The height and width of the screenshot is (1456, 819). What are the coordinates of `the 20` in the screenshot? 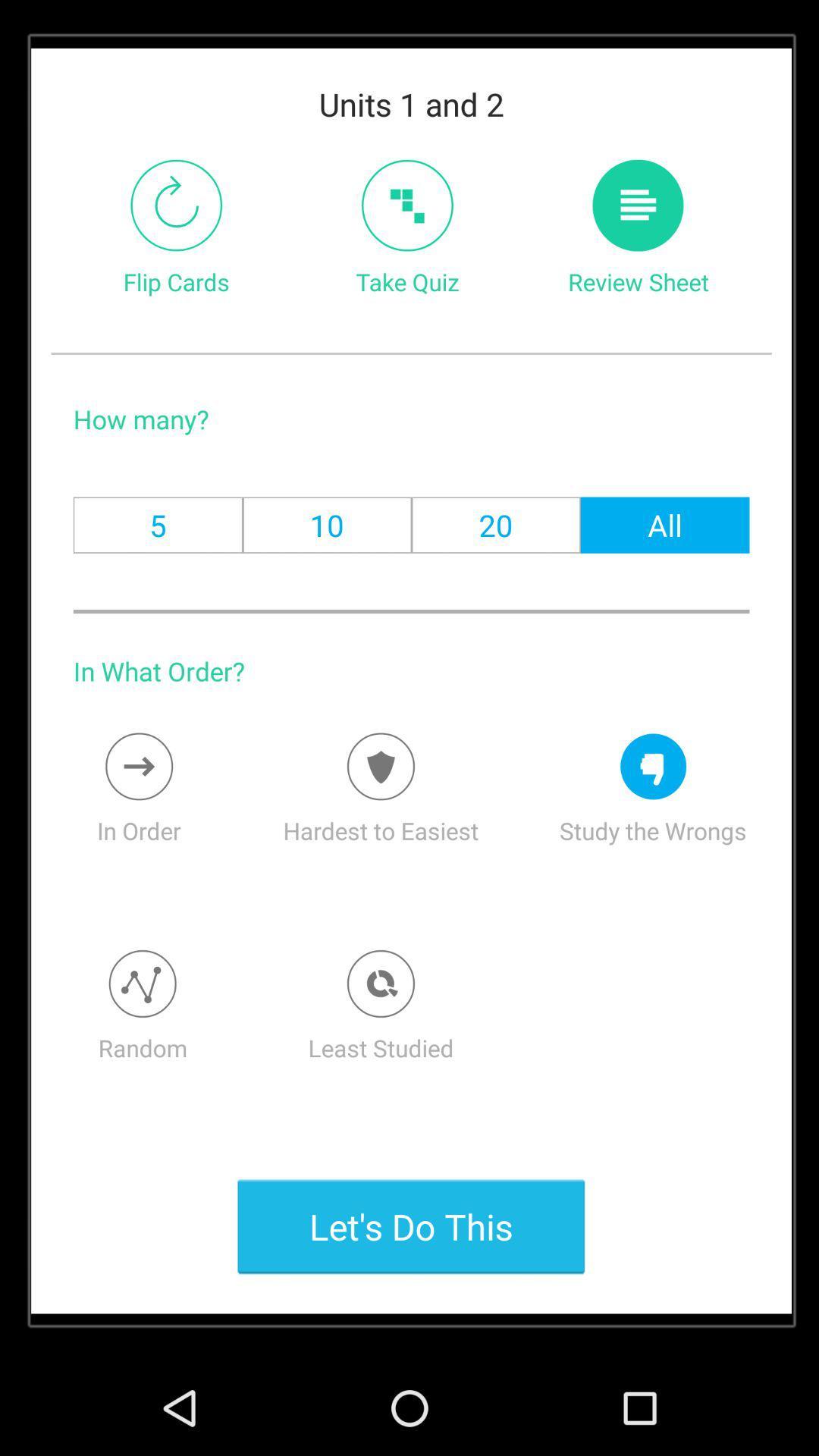 It's located at (496, 525).